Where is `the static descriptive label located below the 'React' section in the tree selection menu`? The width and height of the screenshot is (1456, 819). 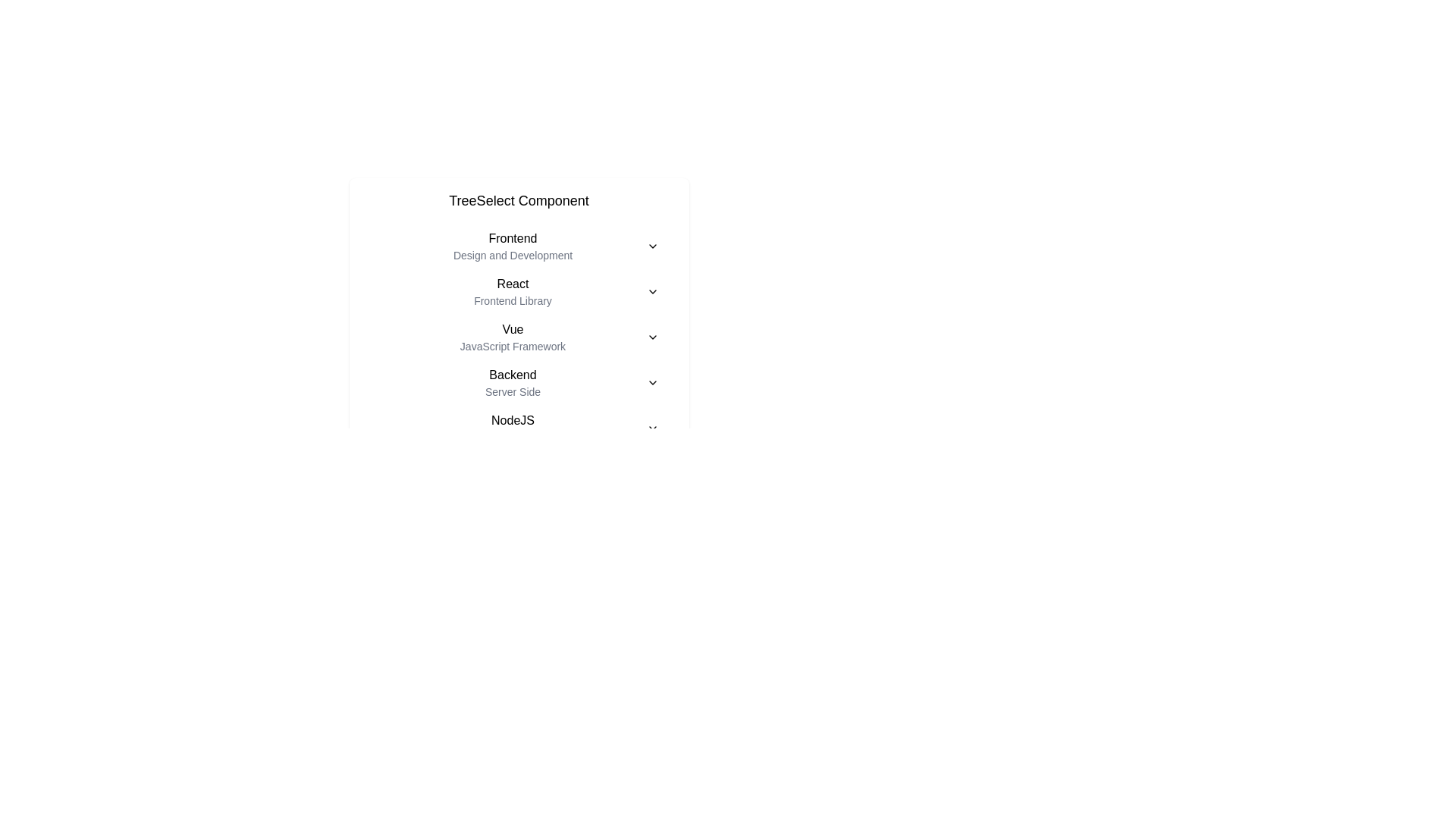
the static descriptive label located below the 'React' section in the tree selection menu is located at coordinates (513, 301).